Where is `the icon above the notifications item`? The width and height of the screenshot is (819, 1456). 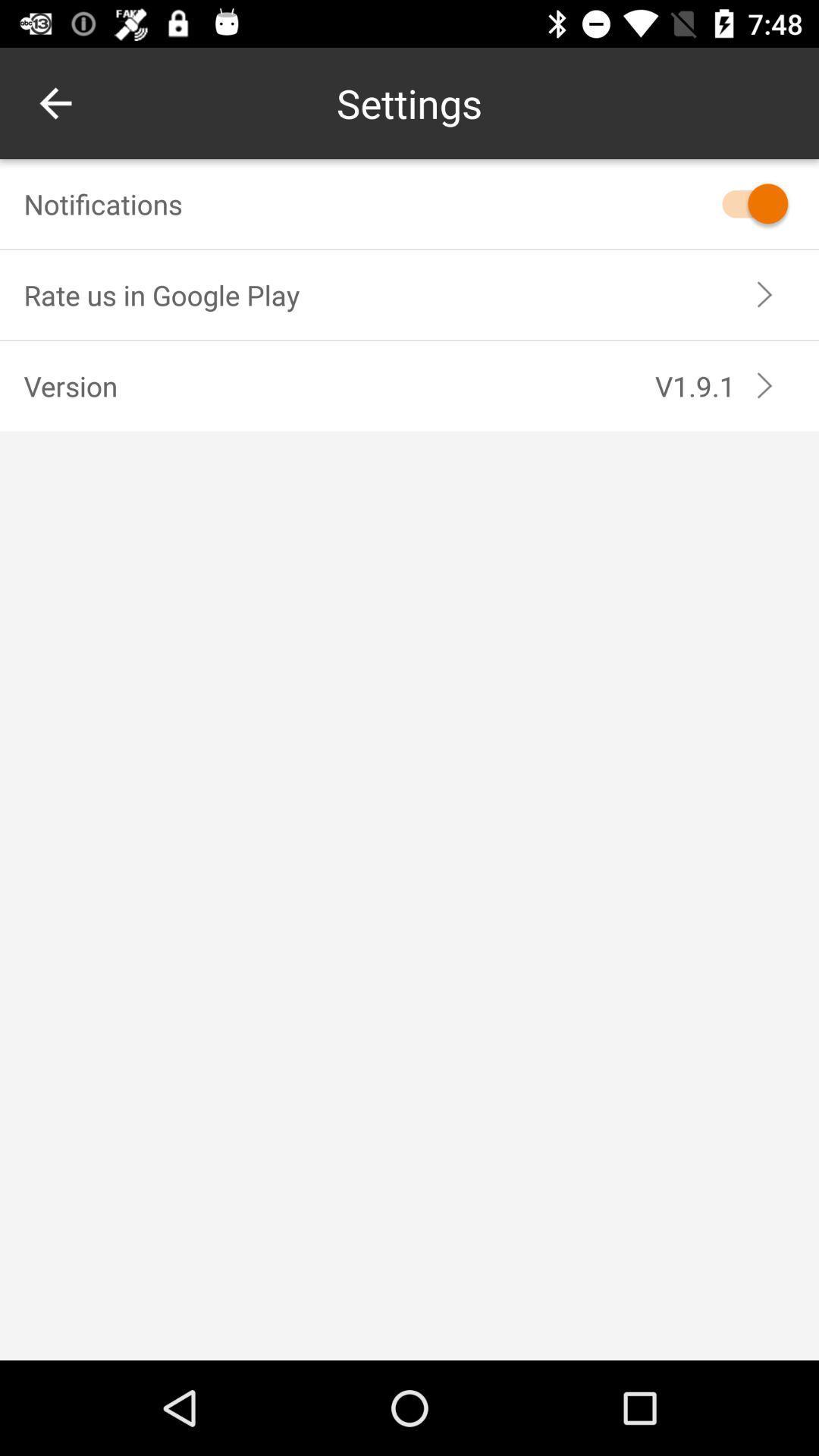 the icon above the notifications item is located at coordinates (55, 102).